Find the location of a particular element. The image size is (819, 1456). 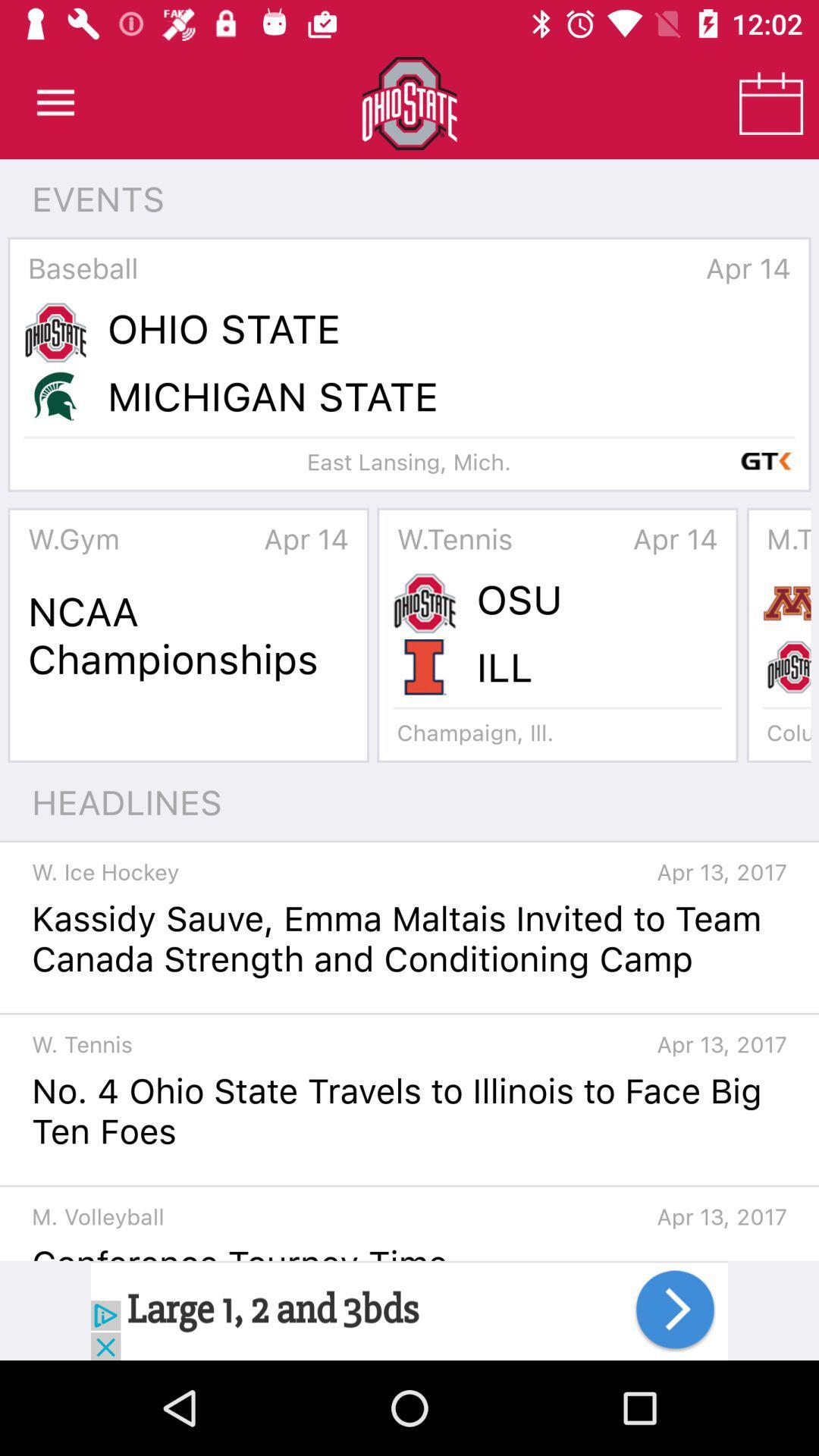

advertisement banner is located at coordinates (409, 1310).